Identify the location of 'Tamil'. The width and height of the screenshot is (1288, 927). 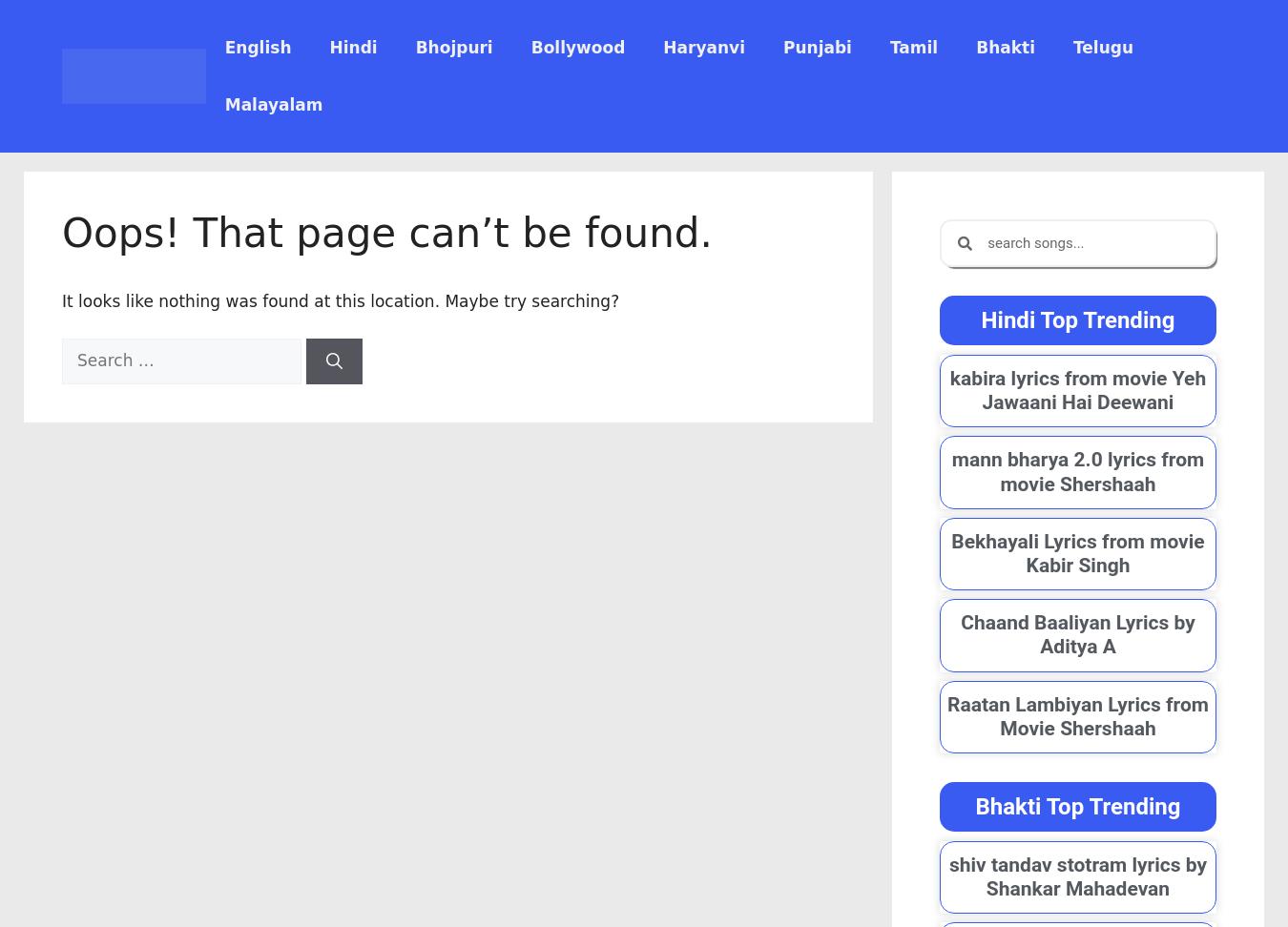
(888, 47).